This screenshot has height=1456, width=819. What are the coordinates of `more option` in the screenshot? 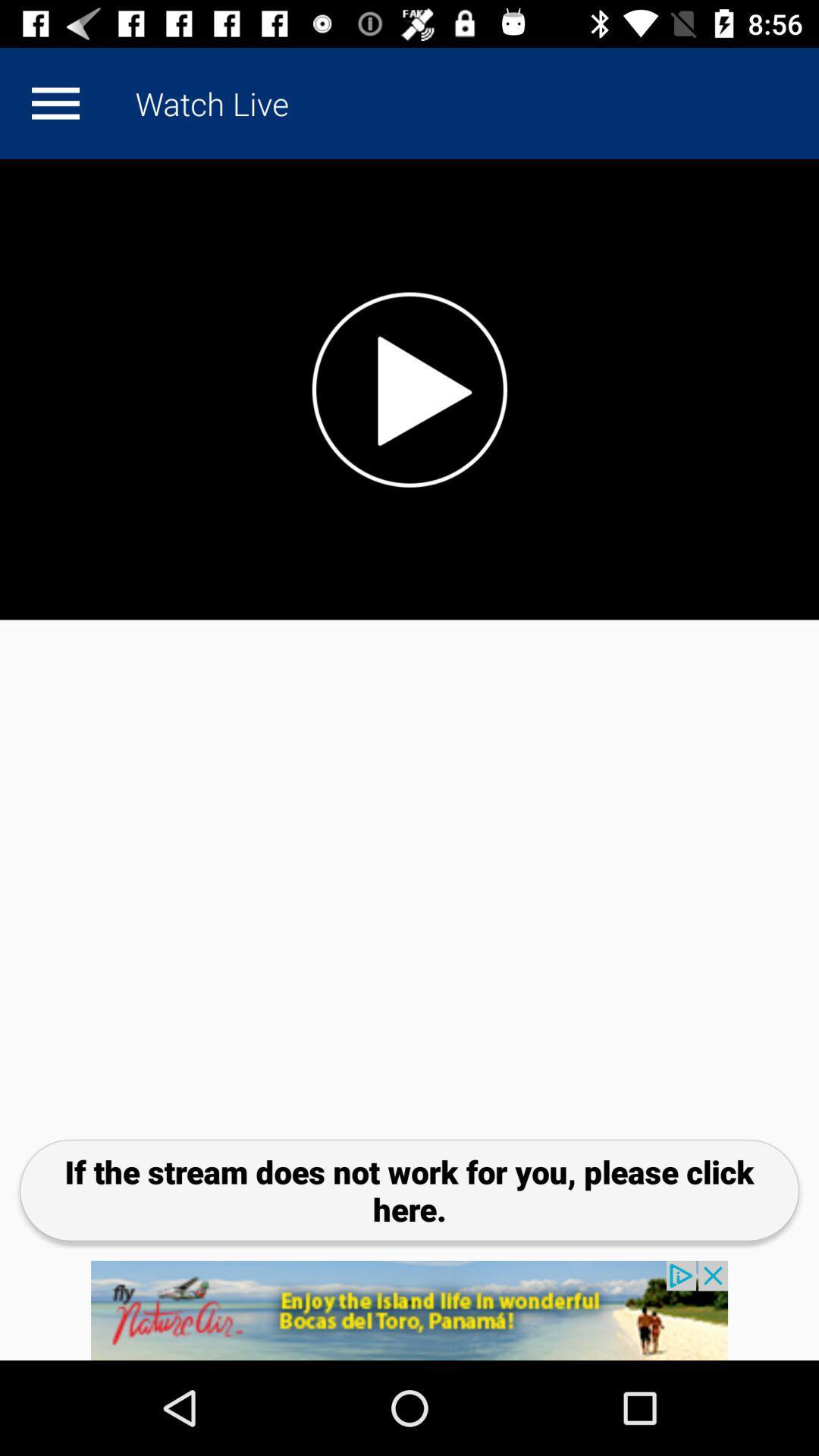 It's located at (55, 102).